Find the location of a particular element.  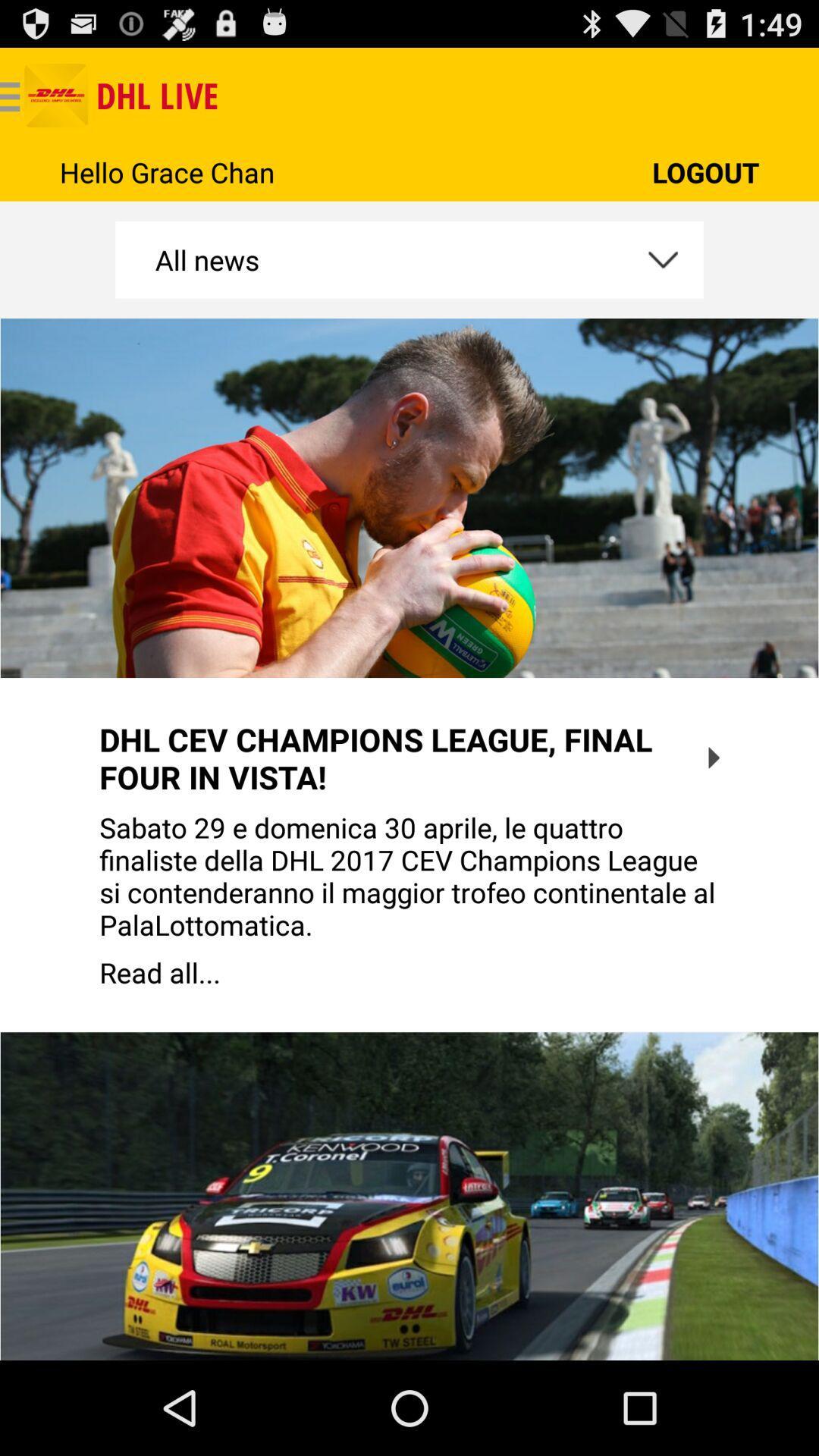

the icon next to the hello grace chan app is located at coordinates (705, 172).